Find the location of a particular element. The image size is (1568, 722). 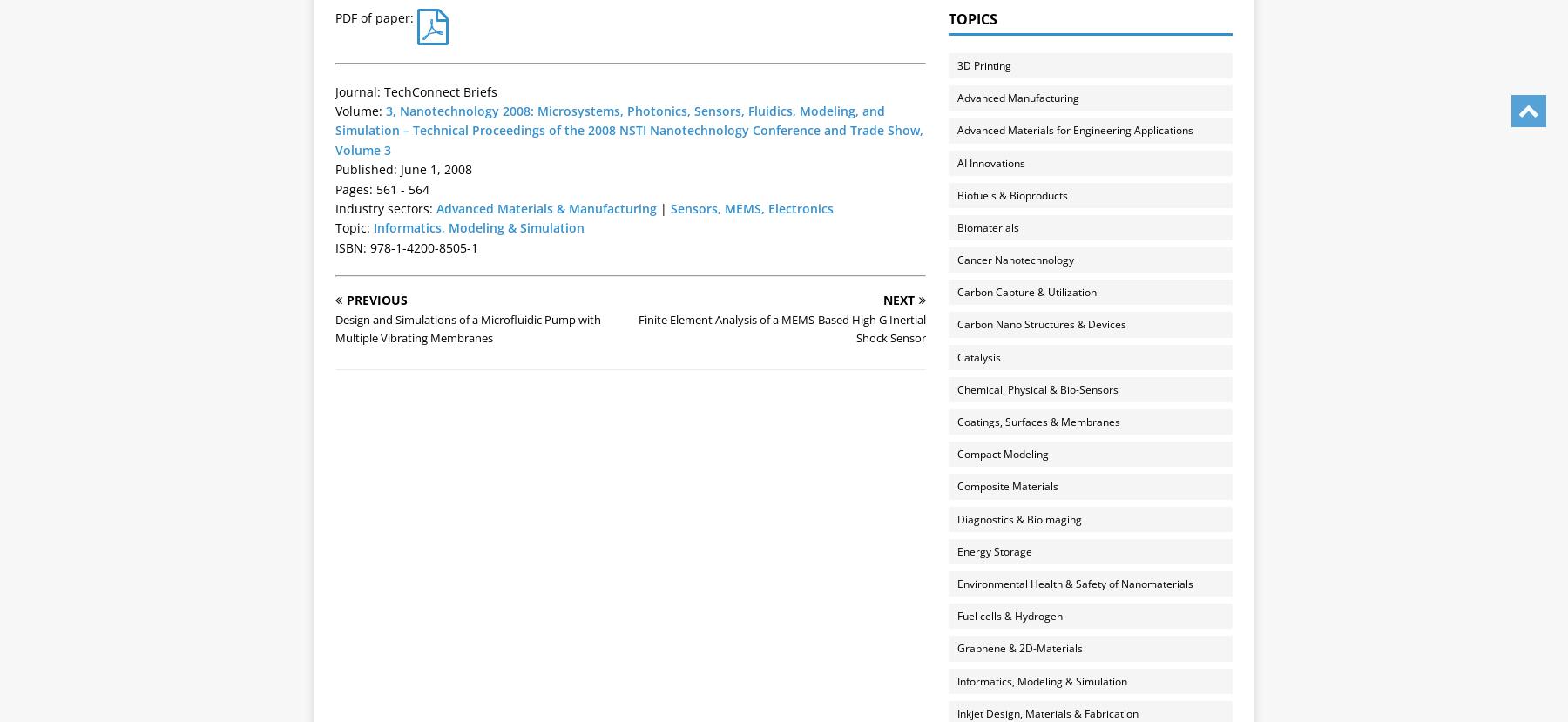

'Pages: 561 - 564' is located at coordinates (382, 187).